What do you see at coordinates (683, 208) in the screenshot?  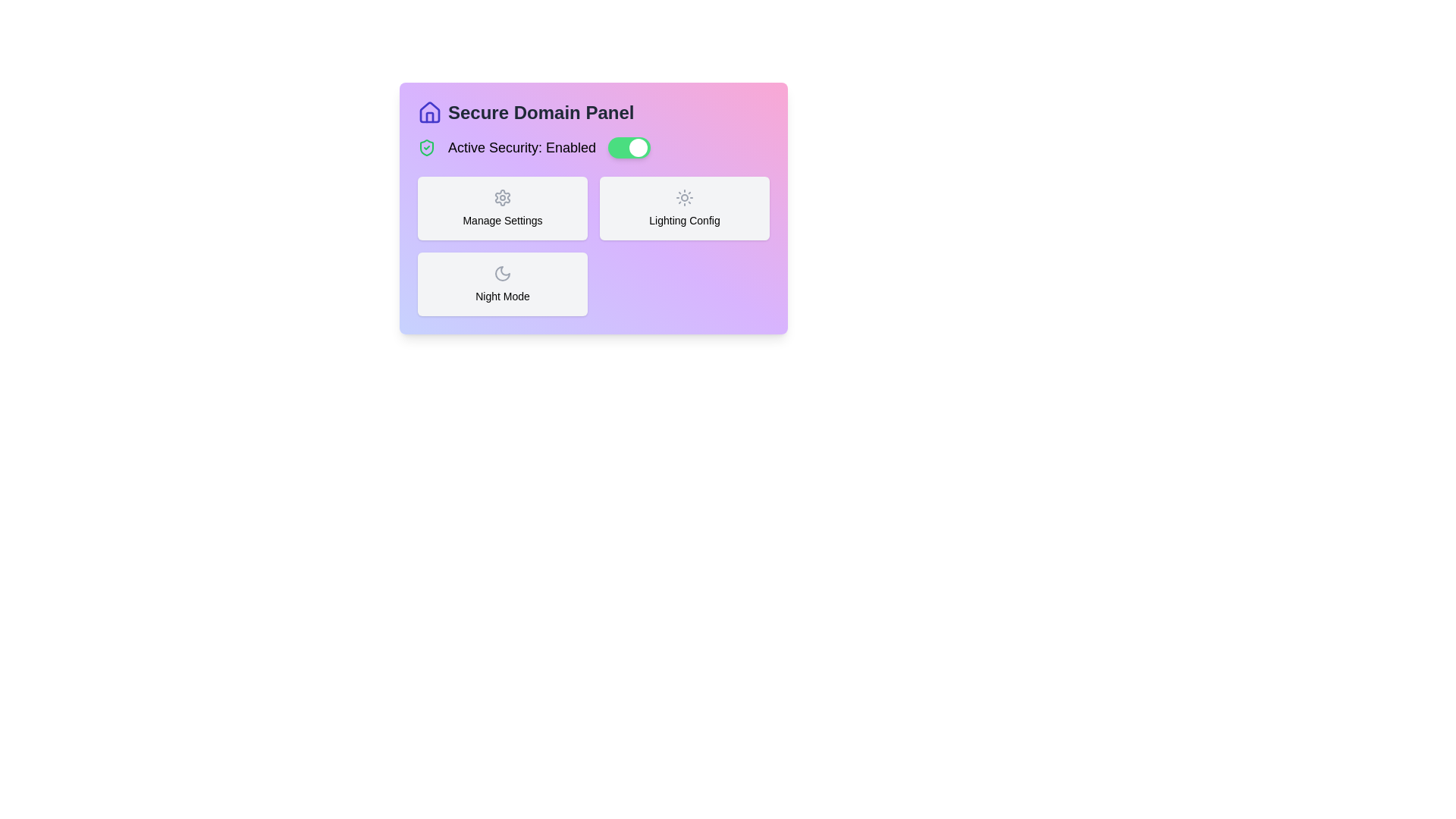 I see `the button in the top-right grid of the settings section` at bounding box center [683, 208].